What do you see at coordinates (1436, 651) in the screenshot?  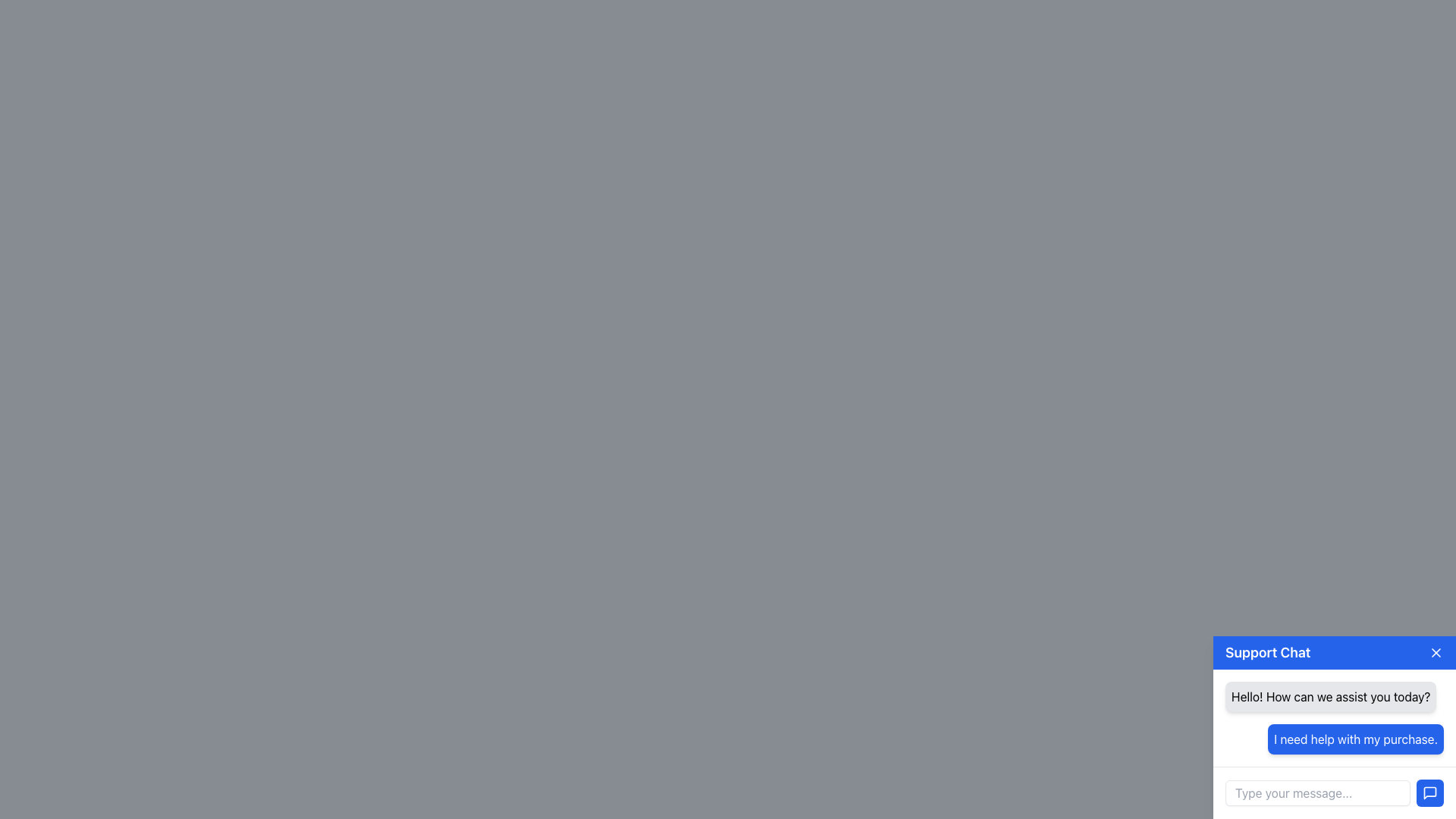 I see `the close icon (X) located at the top-right corner of the 'Support Chat' header` at bounding box center [1436, 651].